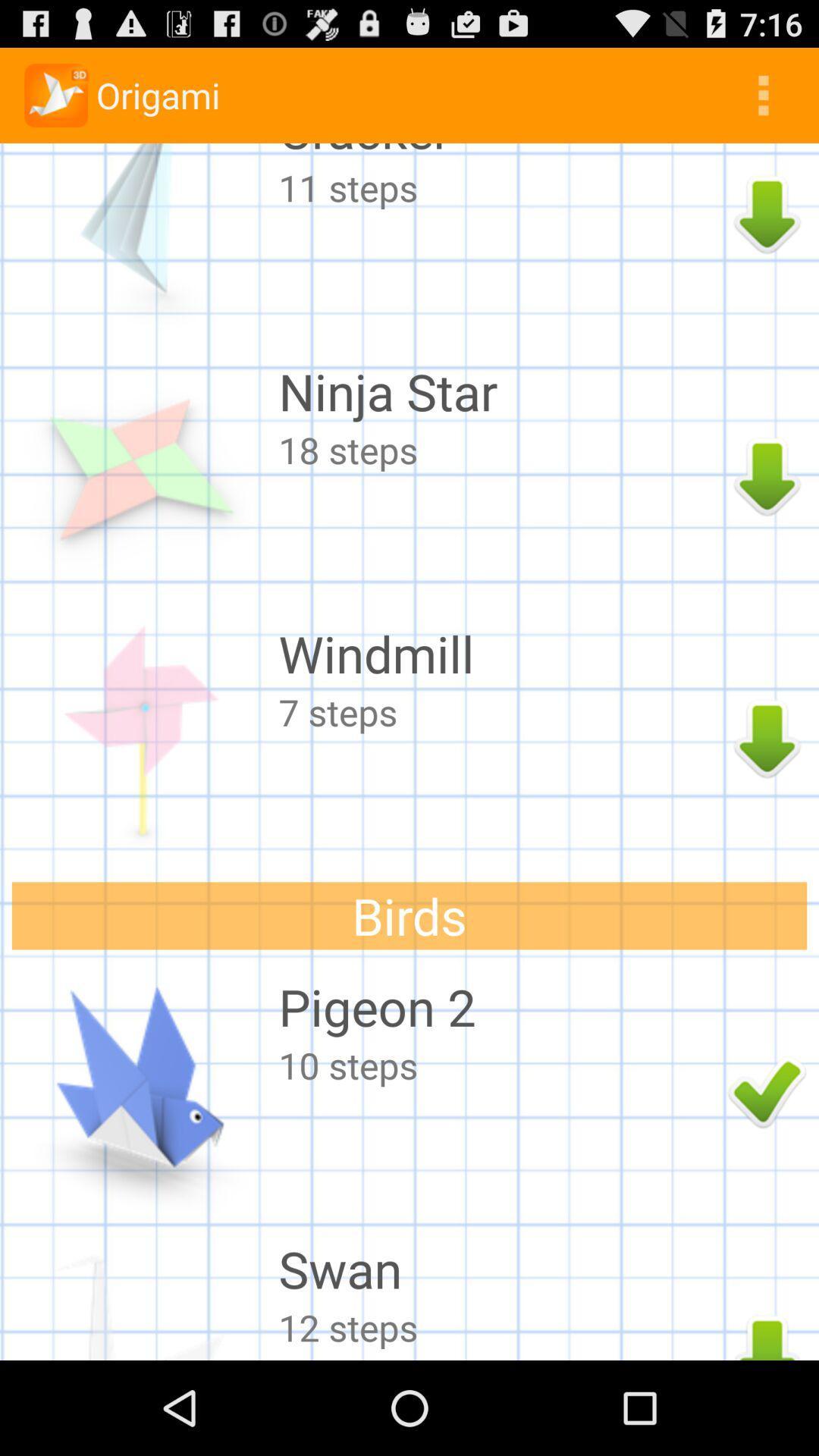  What do you see at coordinates (499, 654) in the screenshot?
I see `the windmill item` at bounding box center [499, 654].